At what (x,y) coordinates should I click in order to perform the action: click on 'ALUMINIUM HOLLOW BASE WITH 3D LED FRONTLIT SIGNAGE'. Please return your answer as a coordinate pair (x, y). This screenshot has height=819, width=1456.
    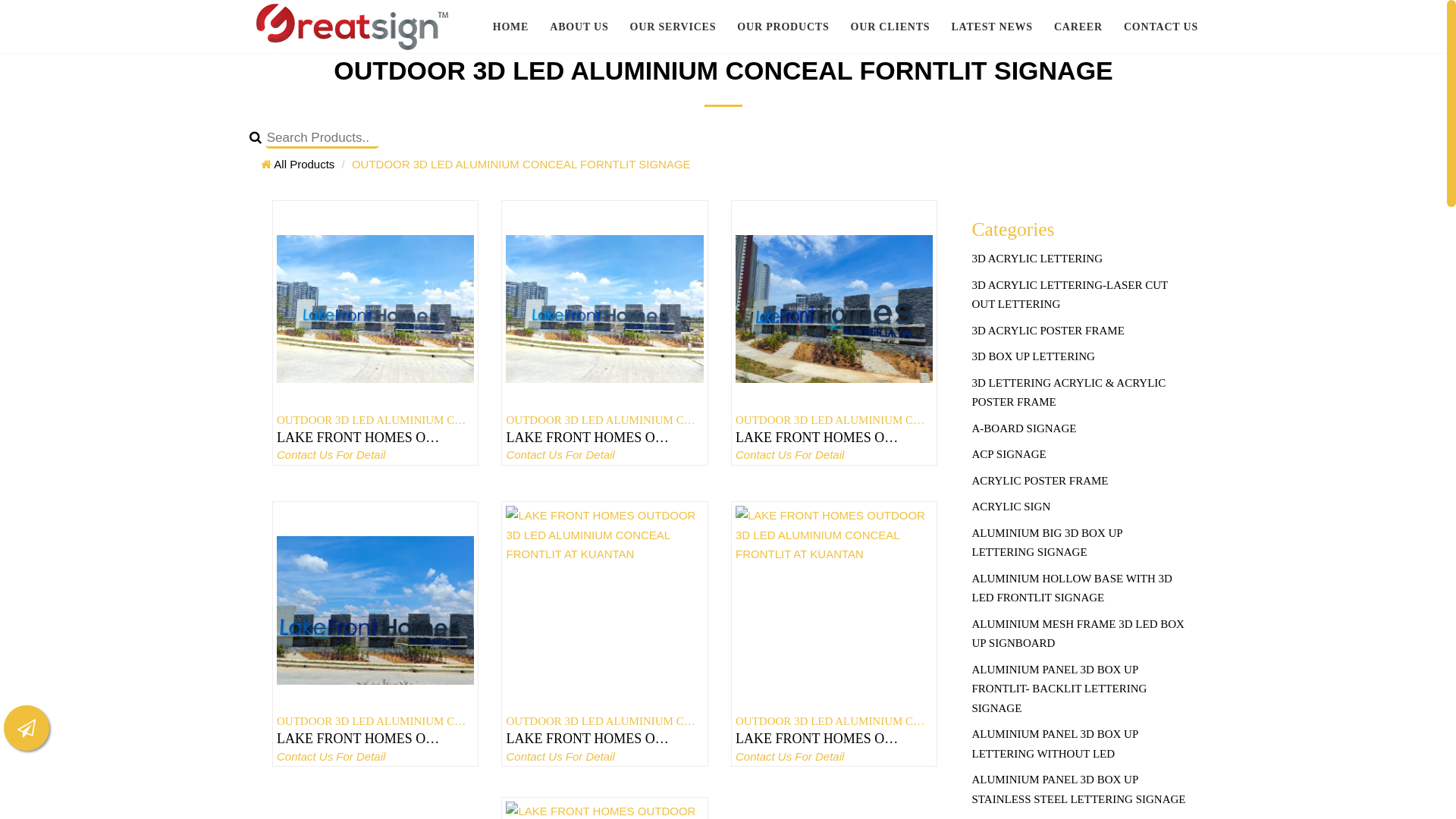
    Looking at the image, I should click on (1078, 588).